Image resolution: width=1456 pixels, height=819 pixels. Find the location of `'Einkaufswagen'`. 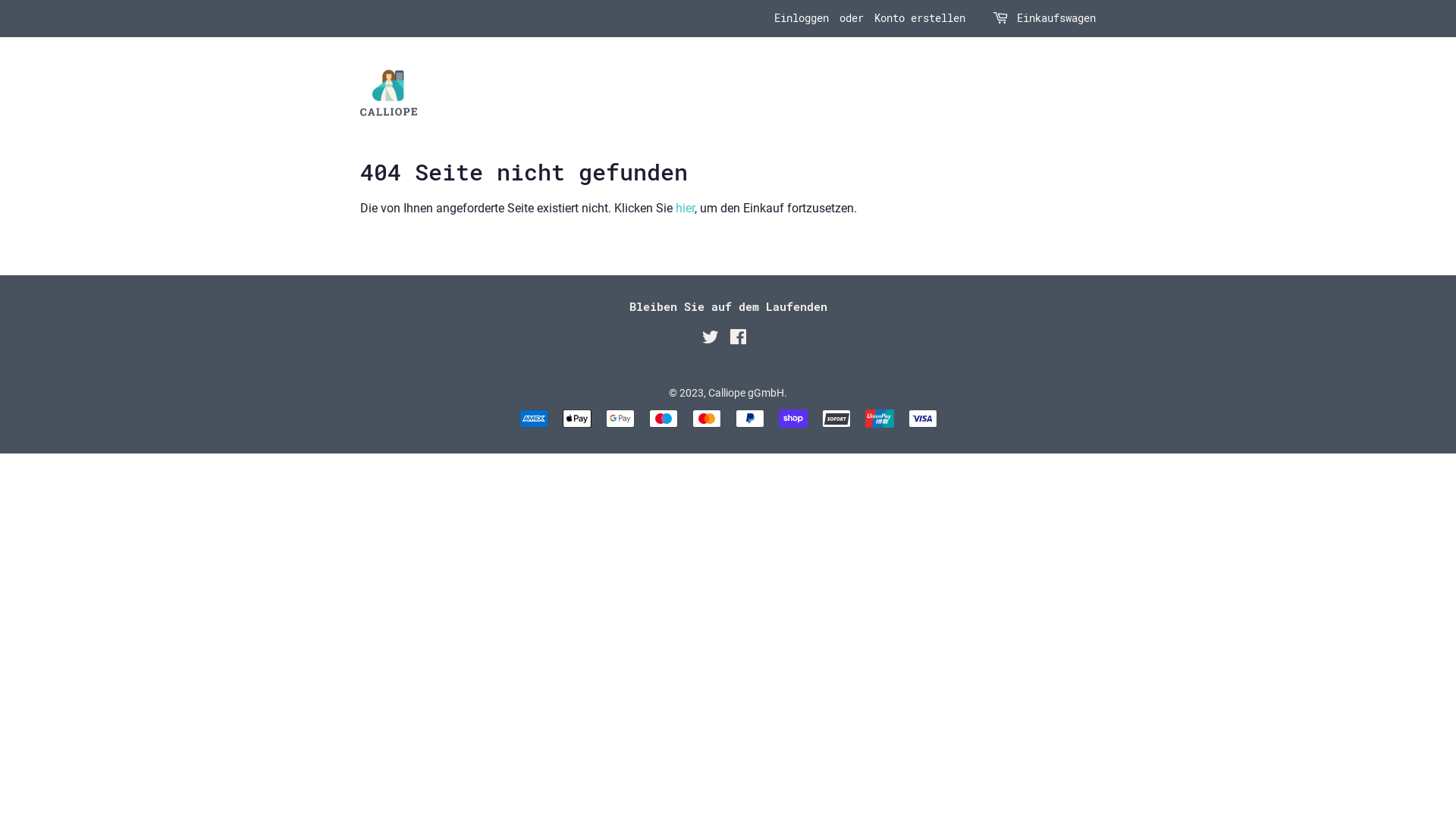

'Einkaufswagen' is located at coordinates (1055, 18).